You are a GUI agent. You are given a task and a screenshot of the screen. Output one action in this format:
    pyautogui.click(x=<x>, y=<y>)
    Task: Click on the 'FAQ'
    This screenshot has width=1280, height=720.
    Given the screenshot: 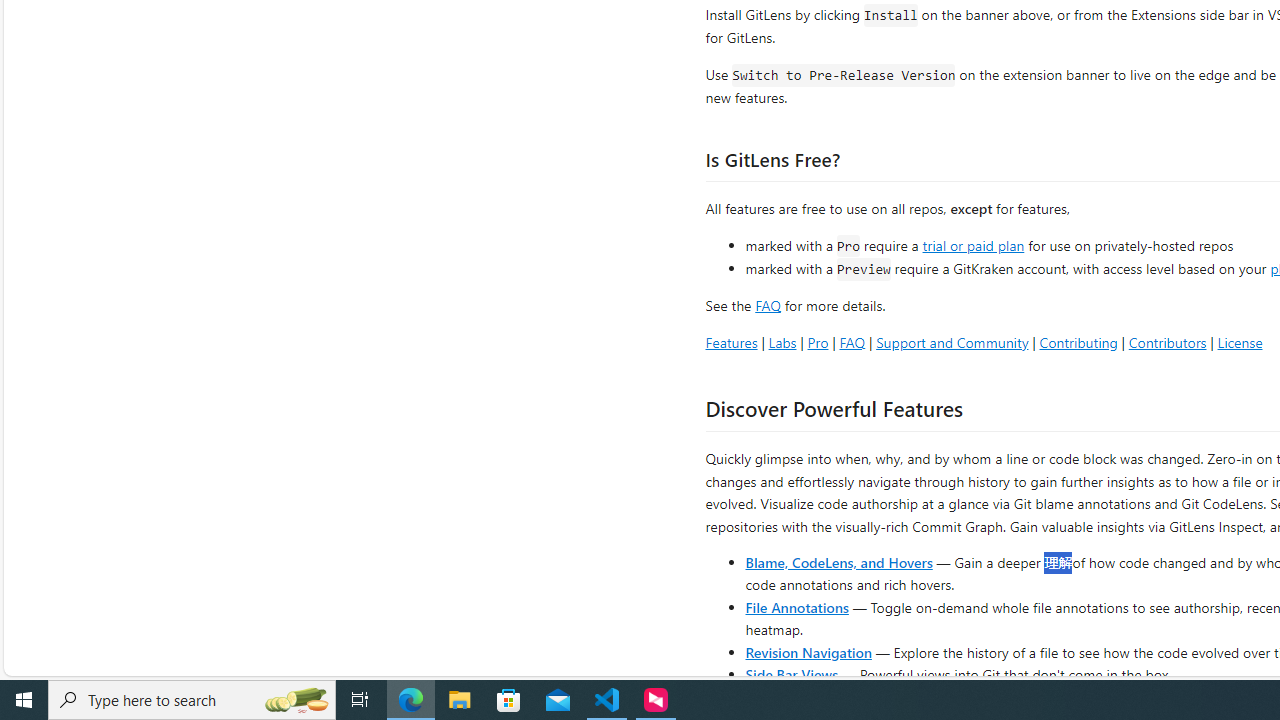 What is the action you would take?
    pyautogui.click(x=852, y=341)
    